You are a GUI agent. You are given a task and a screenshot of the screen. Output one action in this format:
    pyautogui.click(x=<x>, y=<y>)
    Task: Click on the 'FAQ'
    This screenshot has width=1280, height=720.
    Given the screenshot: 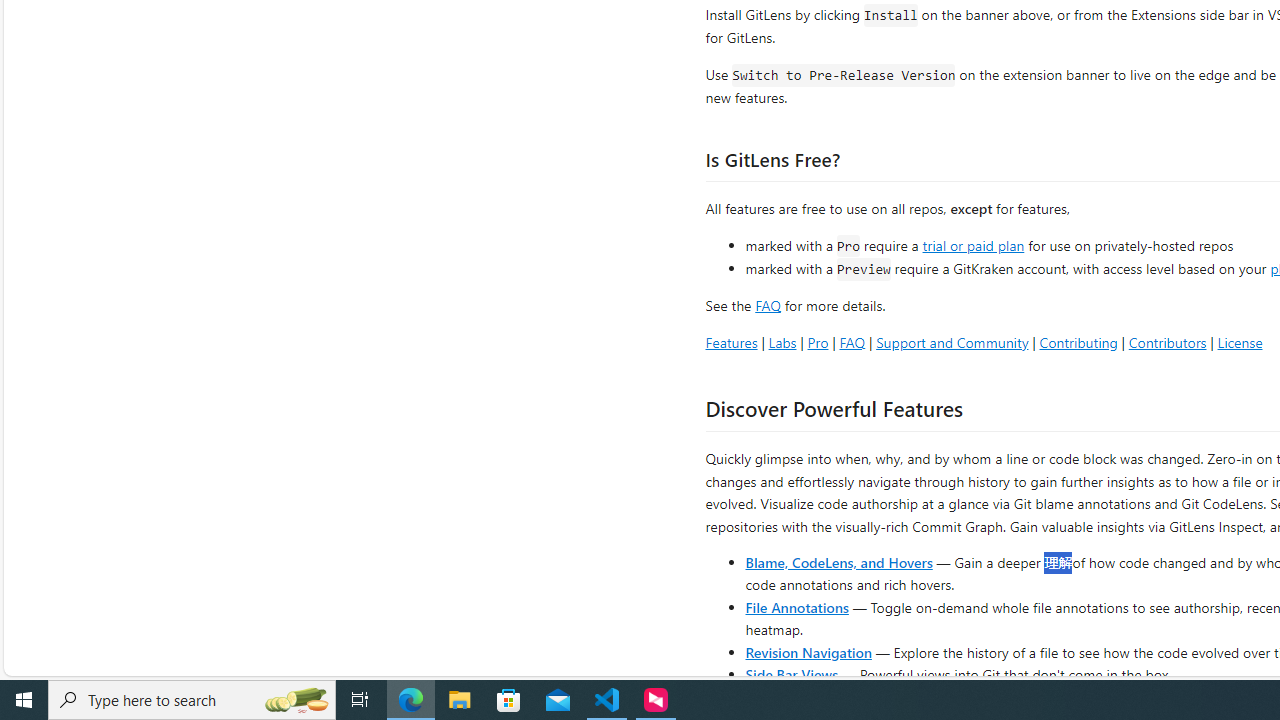 What is the action you would take?
    pyautogui.click(x=852, y=341)
    